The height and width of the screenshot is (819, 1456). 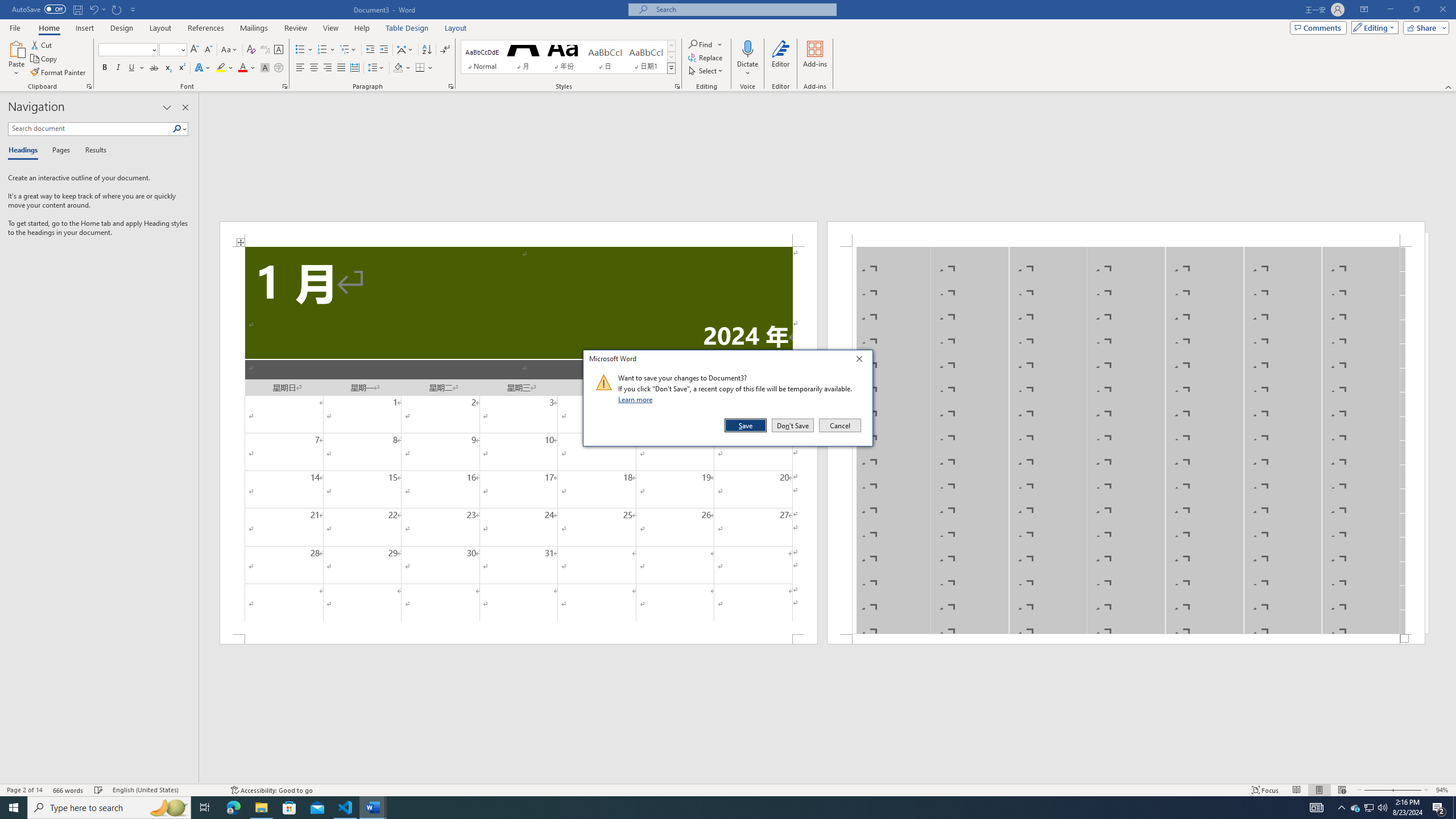 I want to click on 'Asian Layout', so click(x=405, y=49).